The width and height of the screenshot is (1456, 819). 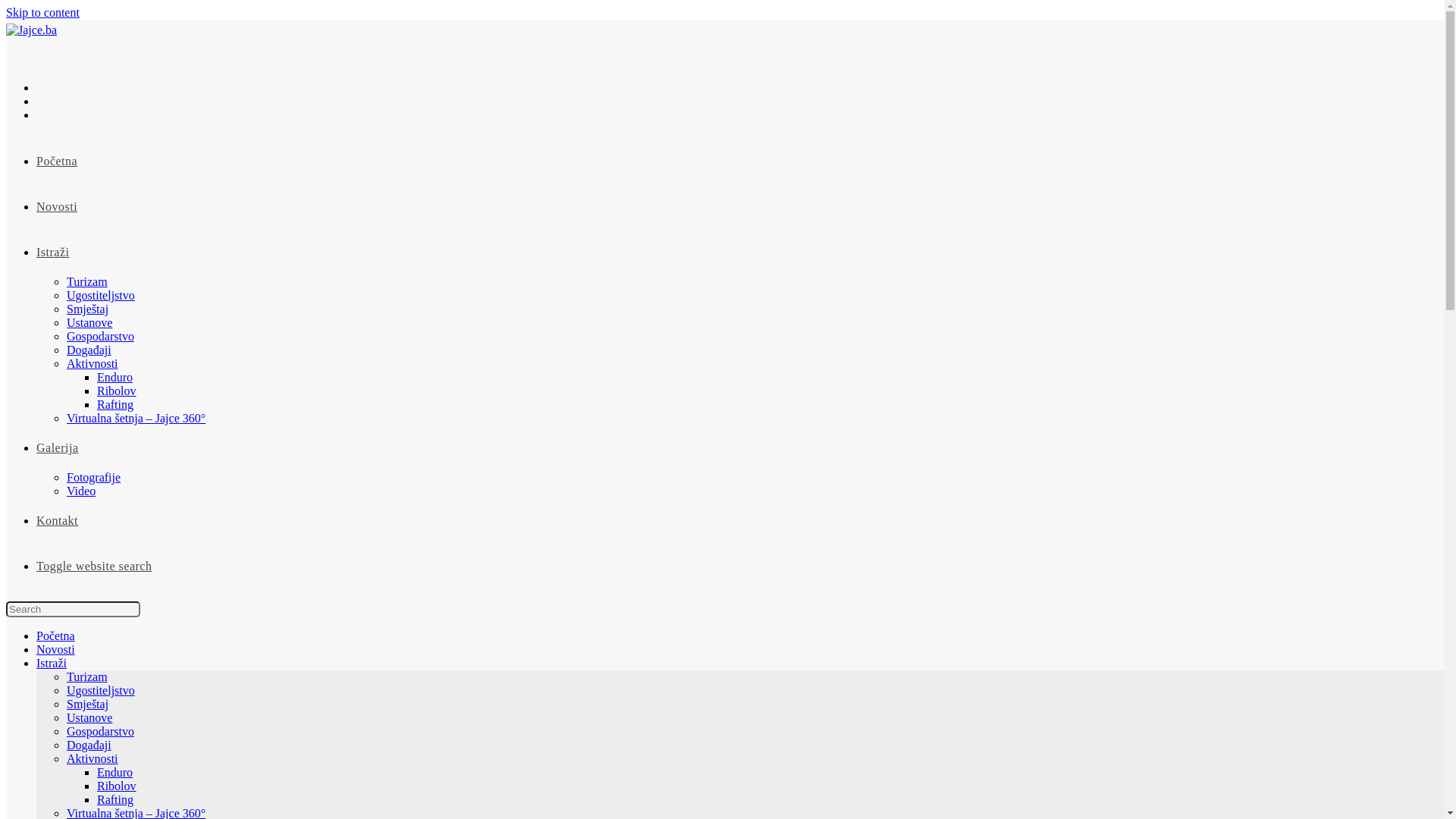 What do you see at coordinates (65, 281) in the screenshot?
I see `'Turizam'` at bounding box center [65, 281].